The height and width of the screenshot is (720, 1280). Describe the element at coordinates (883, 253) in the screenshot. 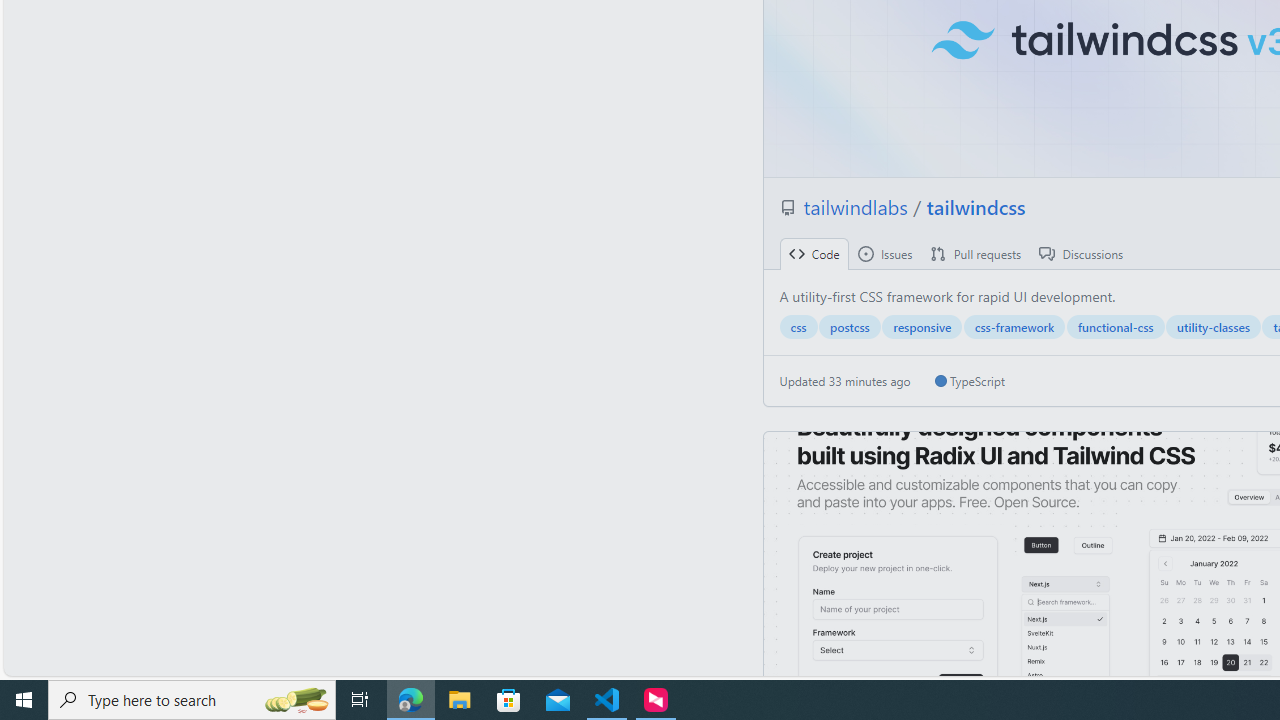

I see `' Issues'` at that location.